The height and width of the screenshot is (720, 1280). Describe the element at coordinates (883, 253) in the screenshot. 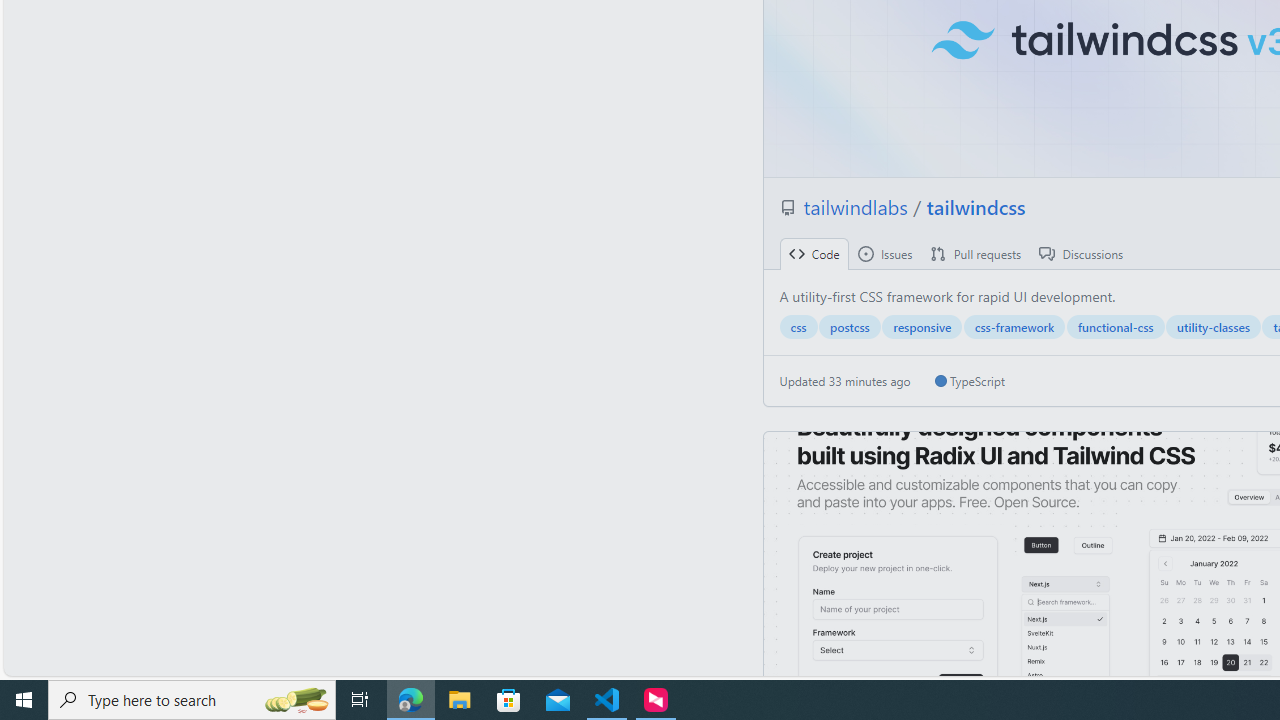

I see `' Issues'` at that location.